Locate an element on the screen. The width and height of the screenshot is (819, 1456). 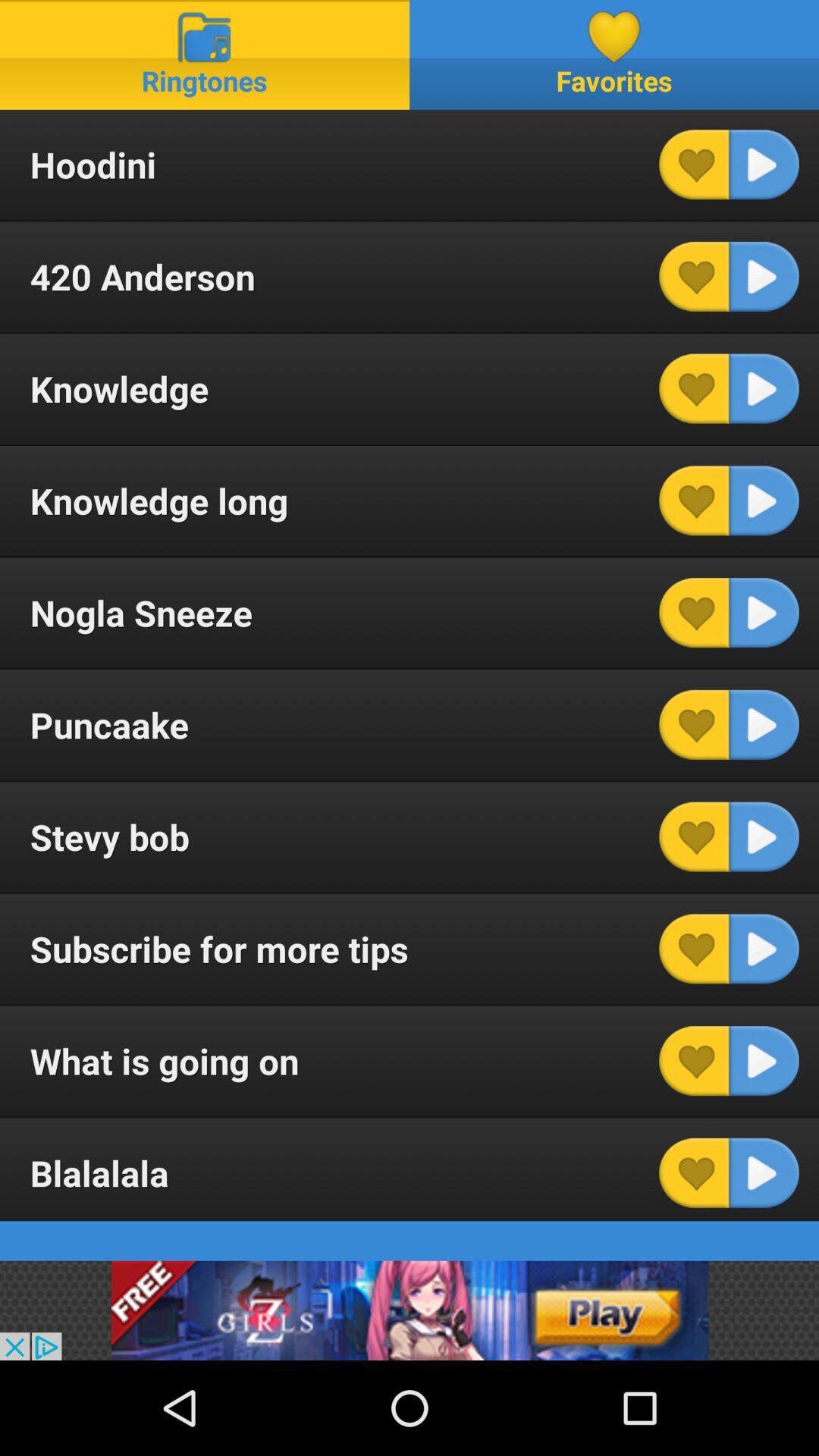
mark favorite is located at coordinates (694, 836).